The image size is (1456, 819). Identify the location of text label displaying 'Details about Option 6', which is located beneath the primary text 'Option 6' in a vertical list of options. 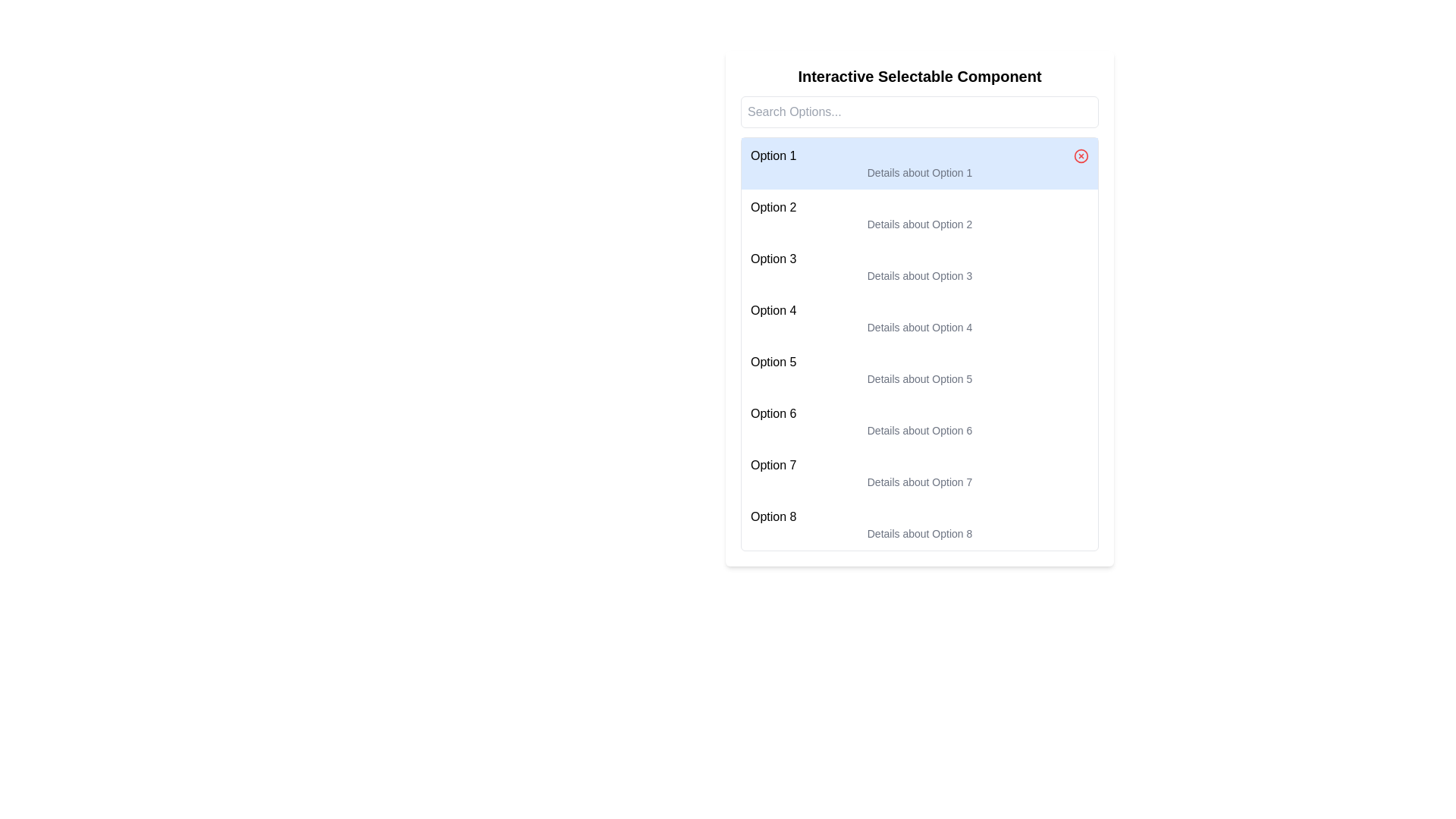
(919, 430).